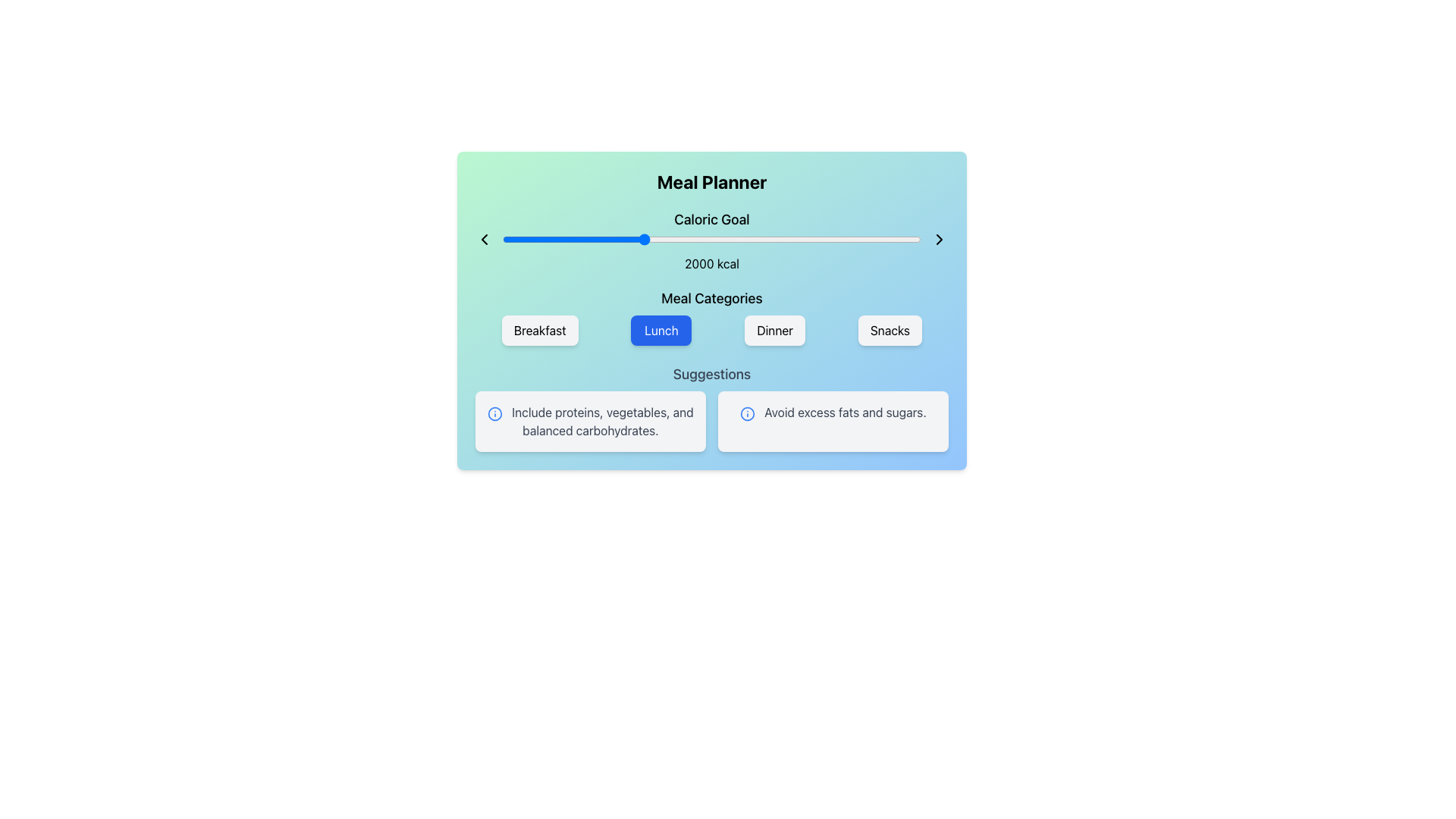 The width and height of the screenshot is (1456, 819). Describe the element at coordinates (890, 329) in the screenshot. I see `the 'Snacks' category selector button located as the fourth button under the 'Meal Categories' label` at that location.